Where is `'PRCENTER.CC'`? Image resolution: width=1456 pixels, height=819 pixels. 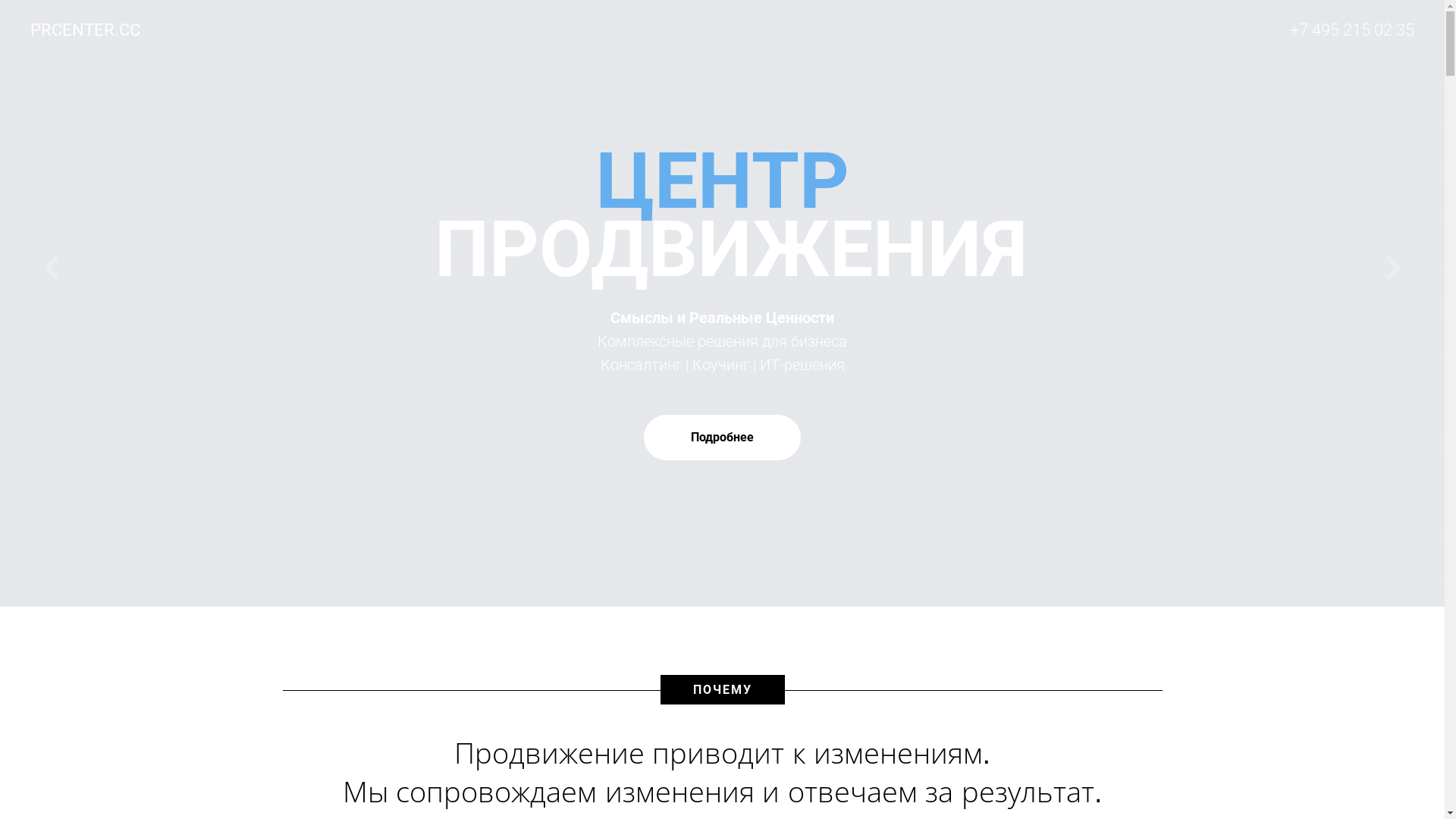 'PRCENTER.CC' is located at coordinates (96, 30).